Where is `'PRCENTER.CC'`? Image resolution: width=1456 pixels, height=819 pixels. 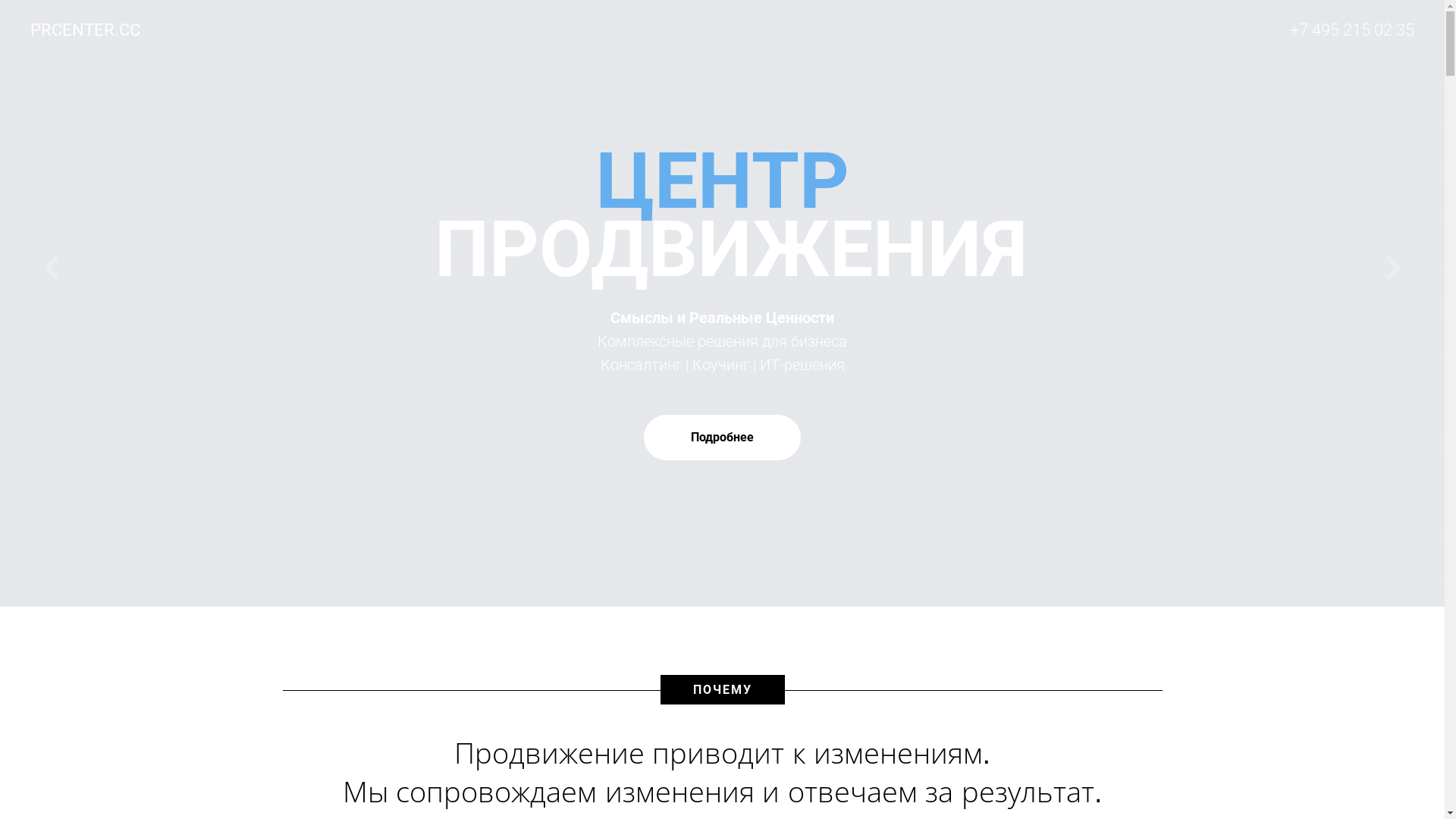 'PRCENTER.CC' is located at coordinates (96, 30).